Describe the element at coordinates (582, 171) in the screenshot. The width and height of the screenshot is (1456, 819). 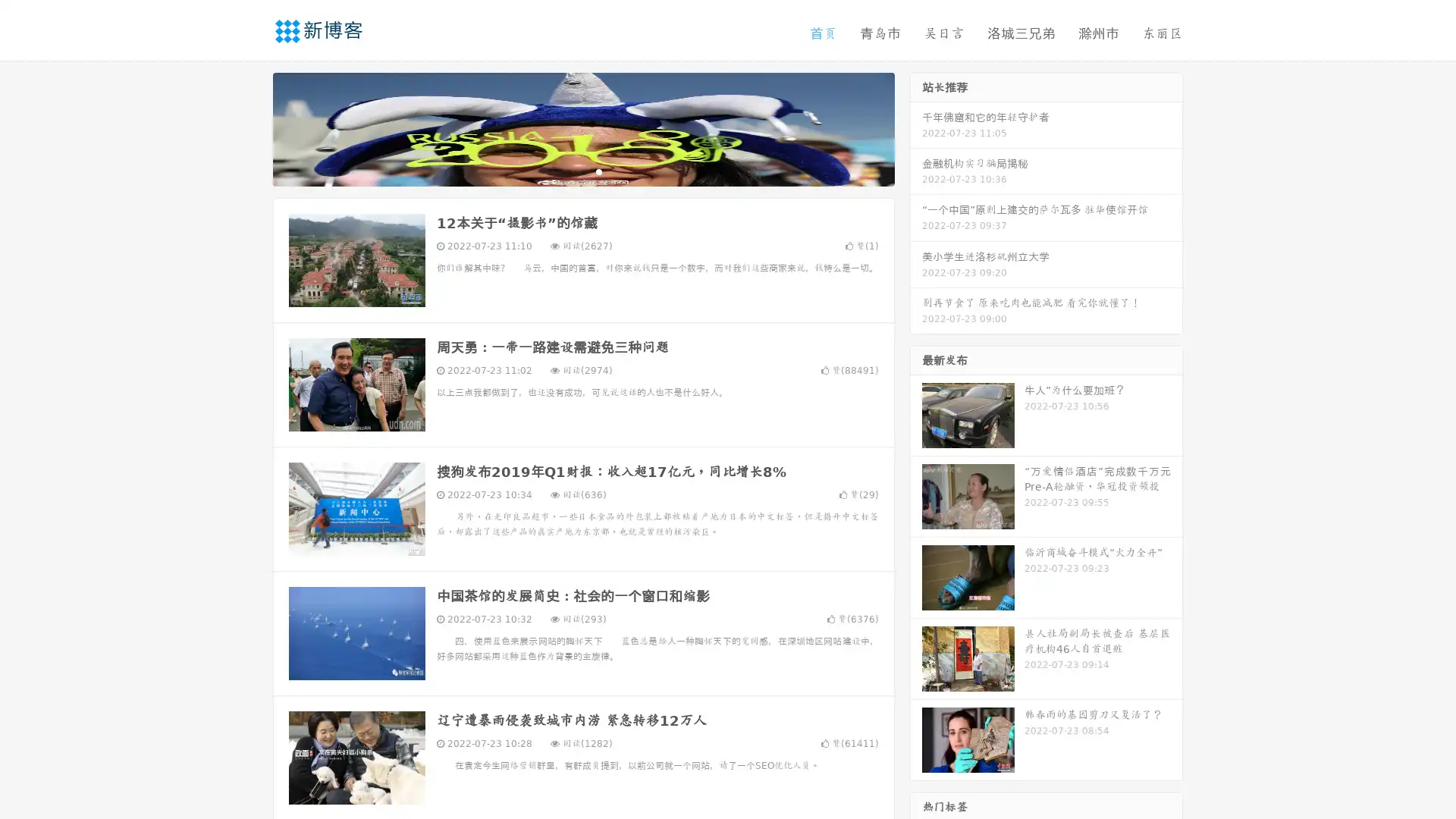
I see `Go to slide 2` at that location.